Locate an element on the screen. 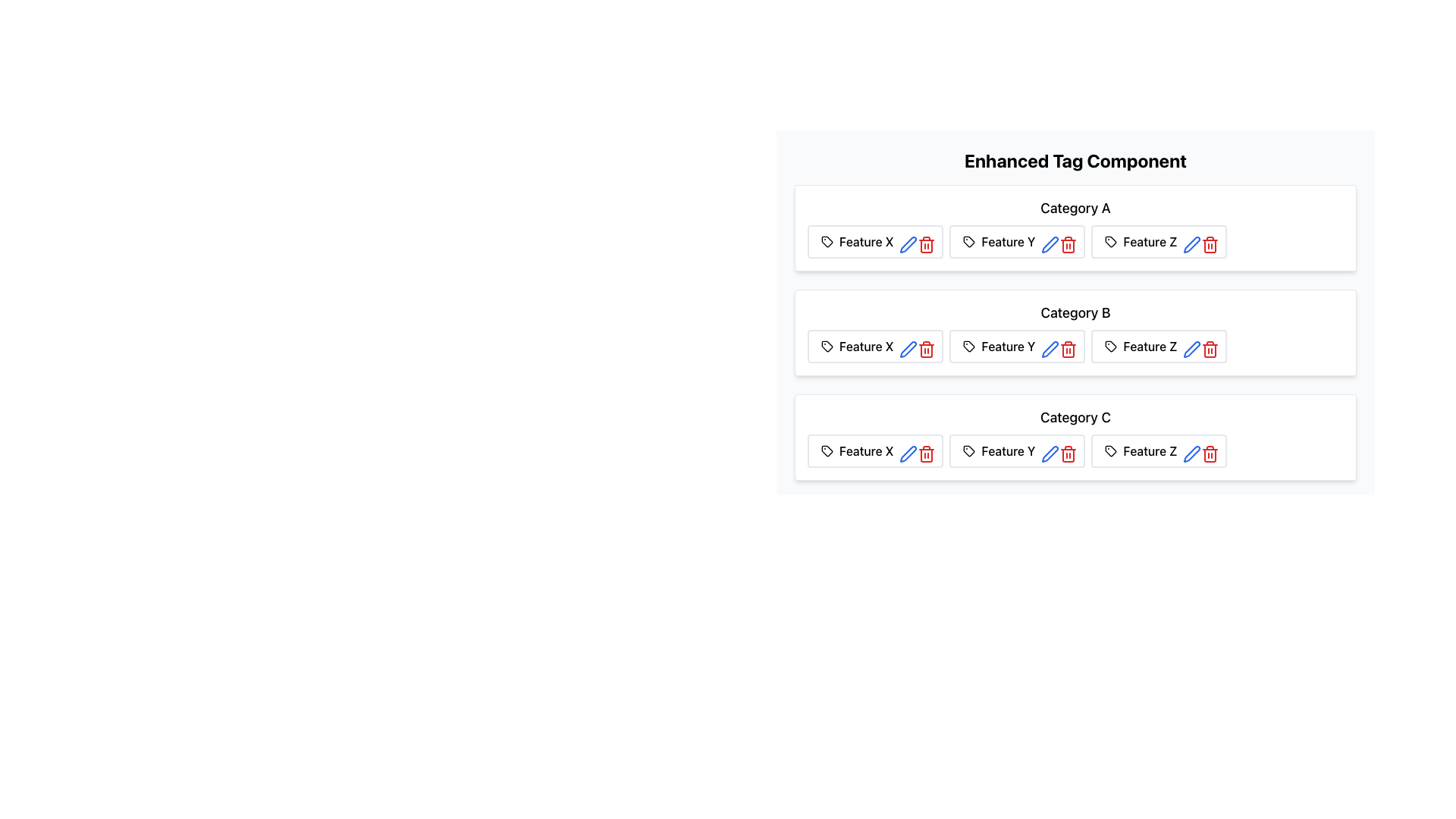  the edit icon button located in the 'Feature Y' section under 'Category C' is located at coordinates (1050, 453).